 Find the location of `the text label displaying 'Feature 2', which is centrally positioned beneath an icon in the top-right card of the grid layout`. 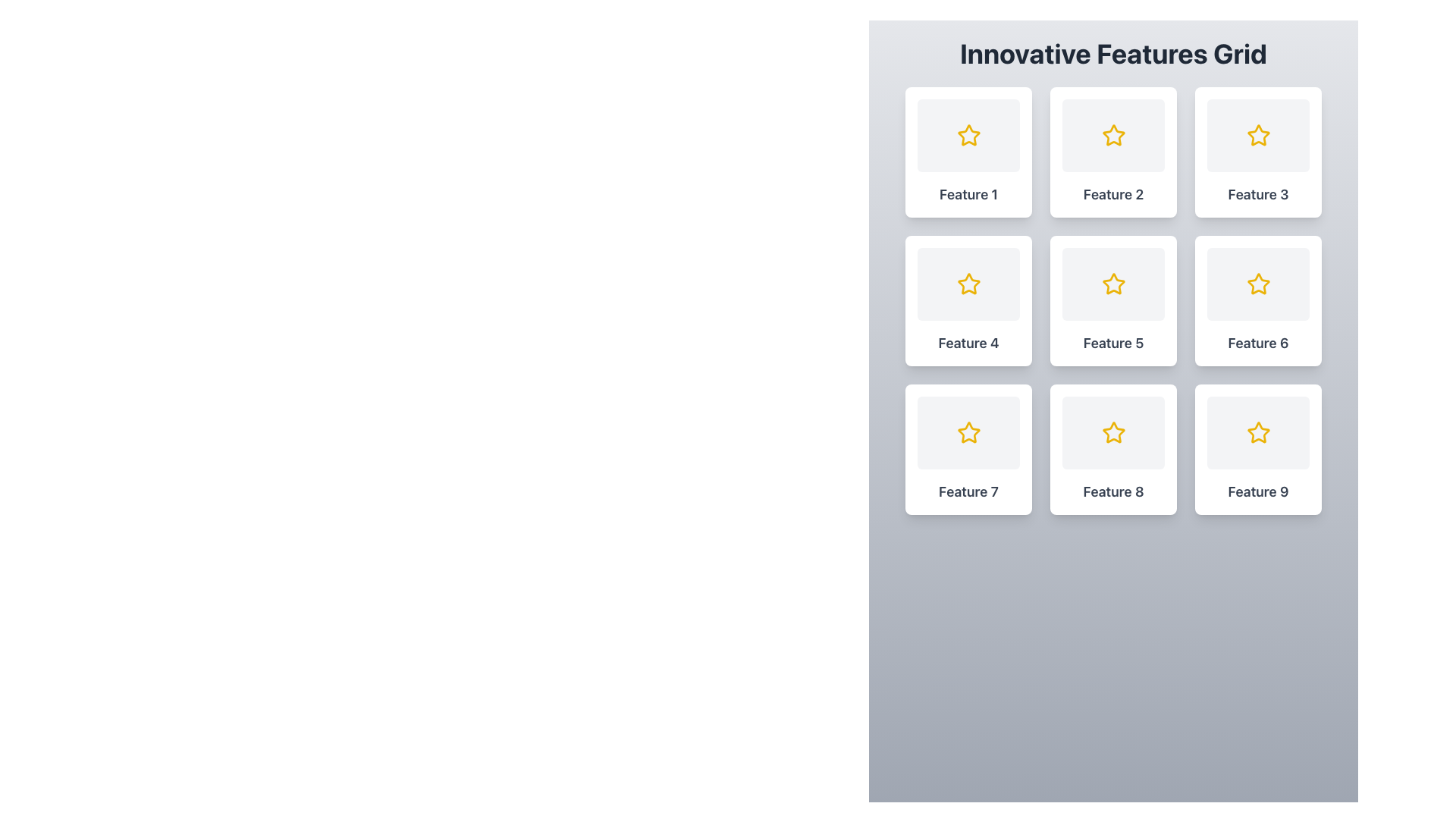

the text label displaying 'Feature 2', which is centrally positioned beneath an icon in the top-right card of the grid layout is located at coordinates (1113, 194).